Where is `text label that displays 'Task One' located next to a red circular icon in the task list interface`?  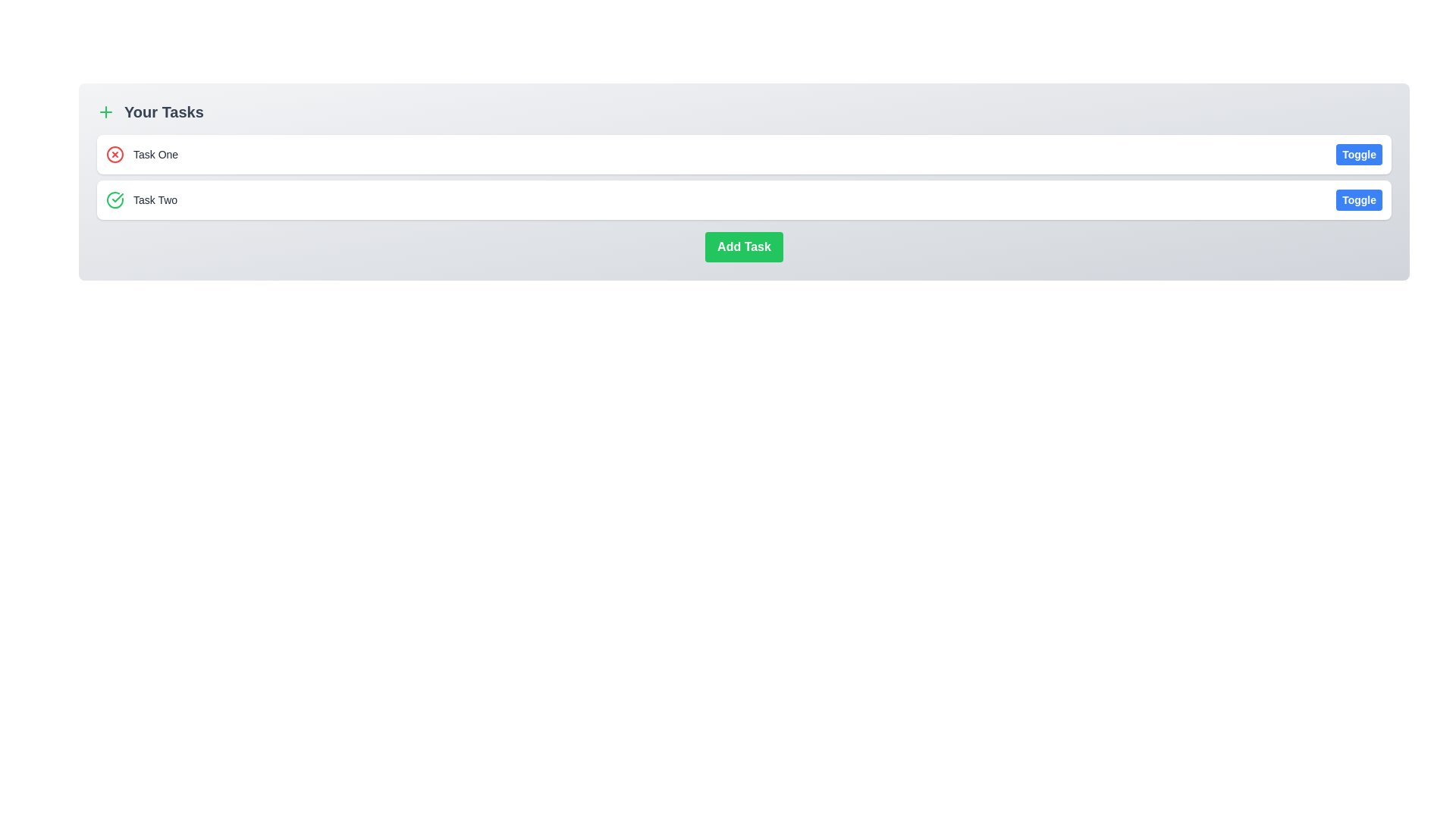
text label that displays 'Task One' located next to a red circular icon in the task list interface is located at coordinates (155, 155).